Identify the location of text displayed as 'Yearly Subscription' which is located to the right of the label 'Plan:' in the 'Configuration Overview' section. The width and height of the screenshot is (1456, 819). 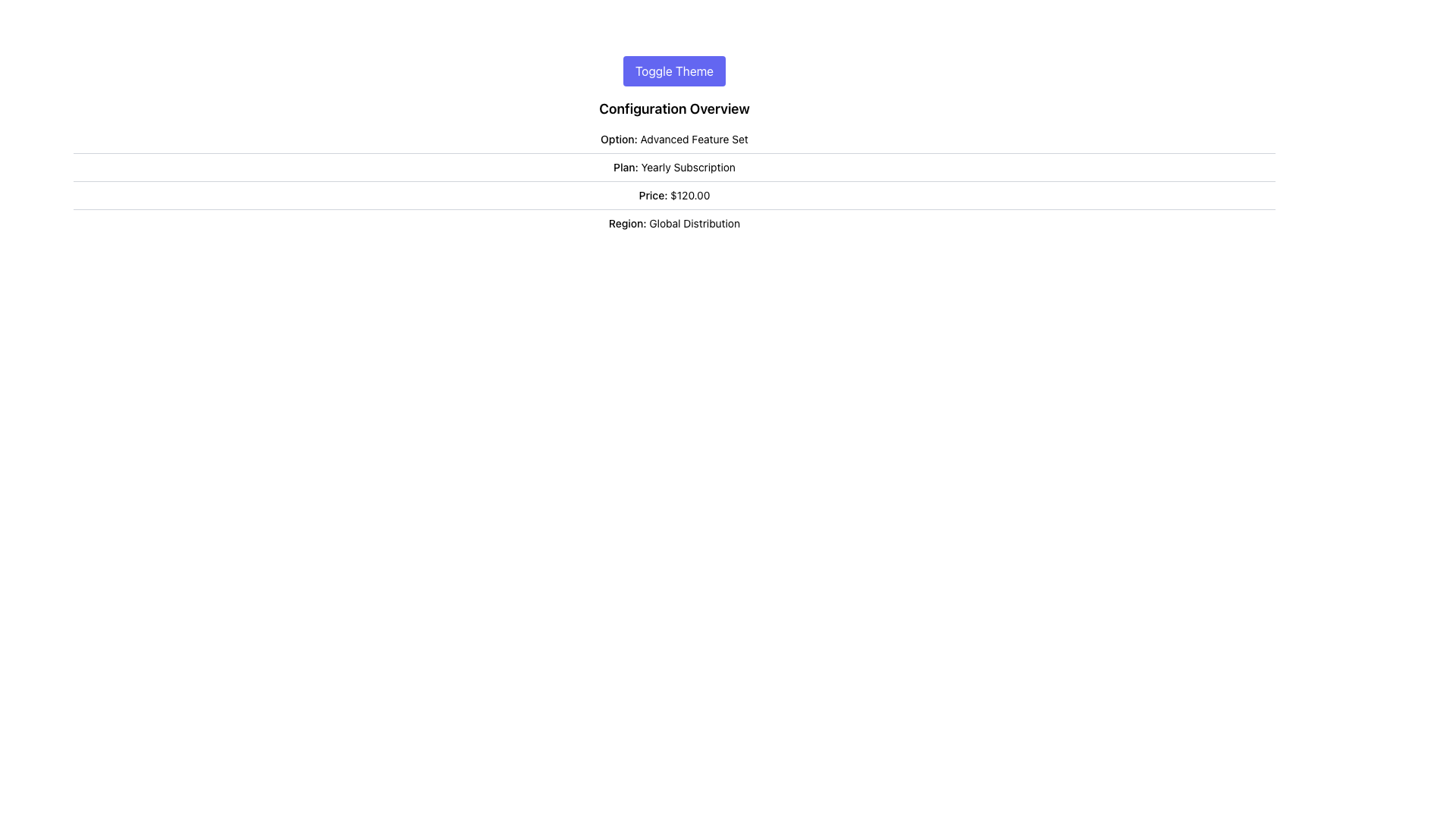
(687, 167).